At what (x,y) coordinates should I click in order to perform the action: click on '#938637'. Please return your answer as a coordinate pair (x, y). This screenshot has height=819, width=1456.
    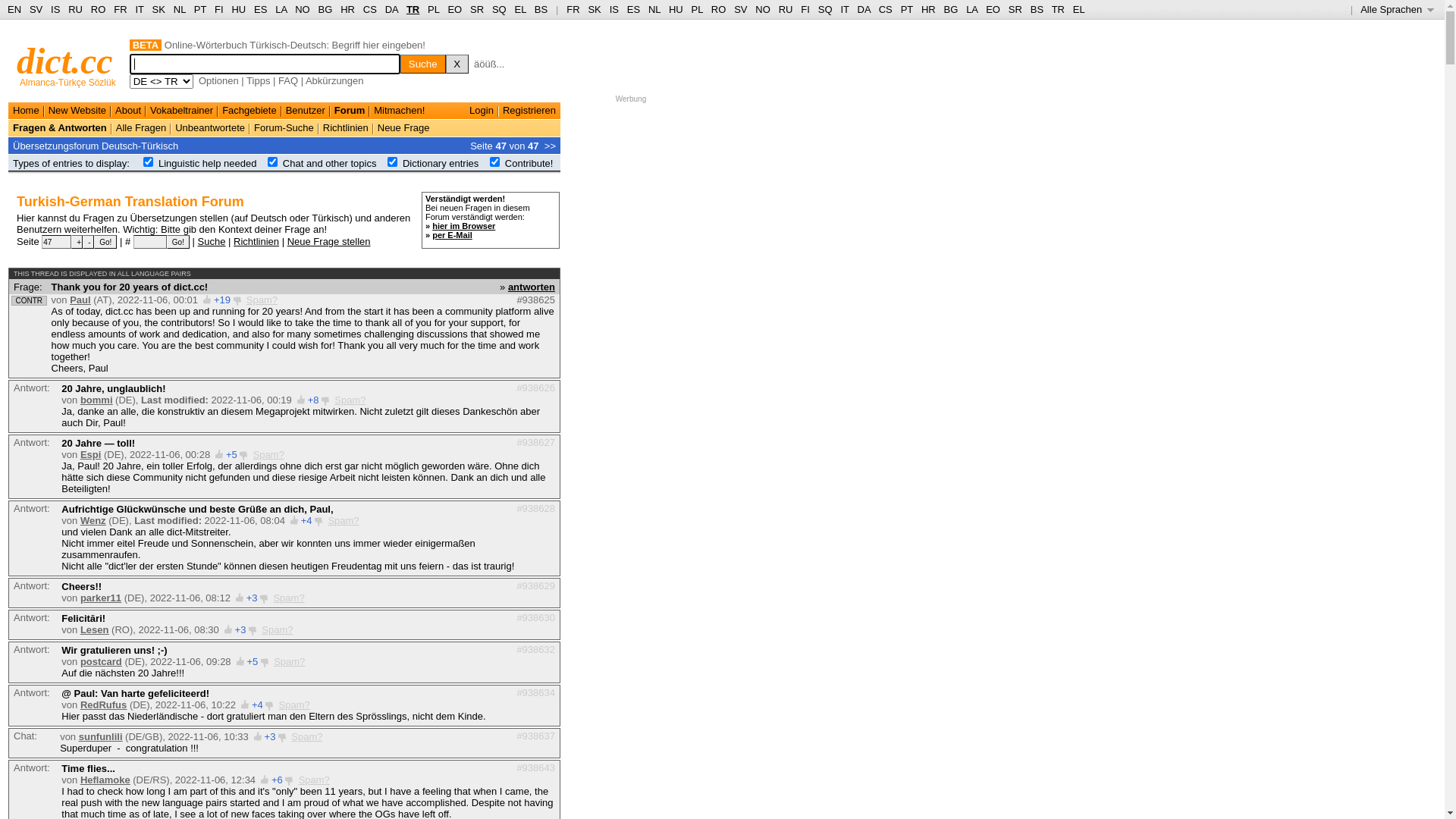
    Looking at the image, I should click on (535, 734).